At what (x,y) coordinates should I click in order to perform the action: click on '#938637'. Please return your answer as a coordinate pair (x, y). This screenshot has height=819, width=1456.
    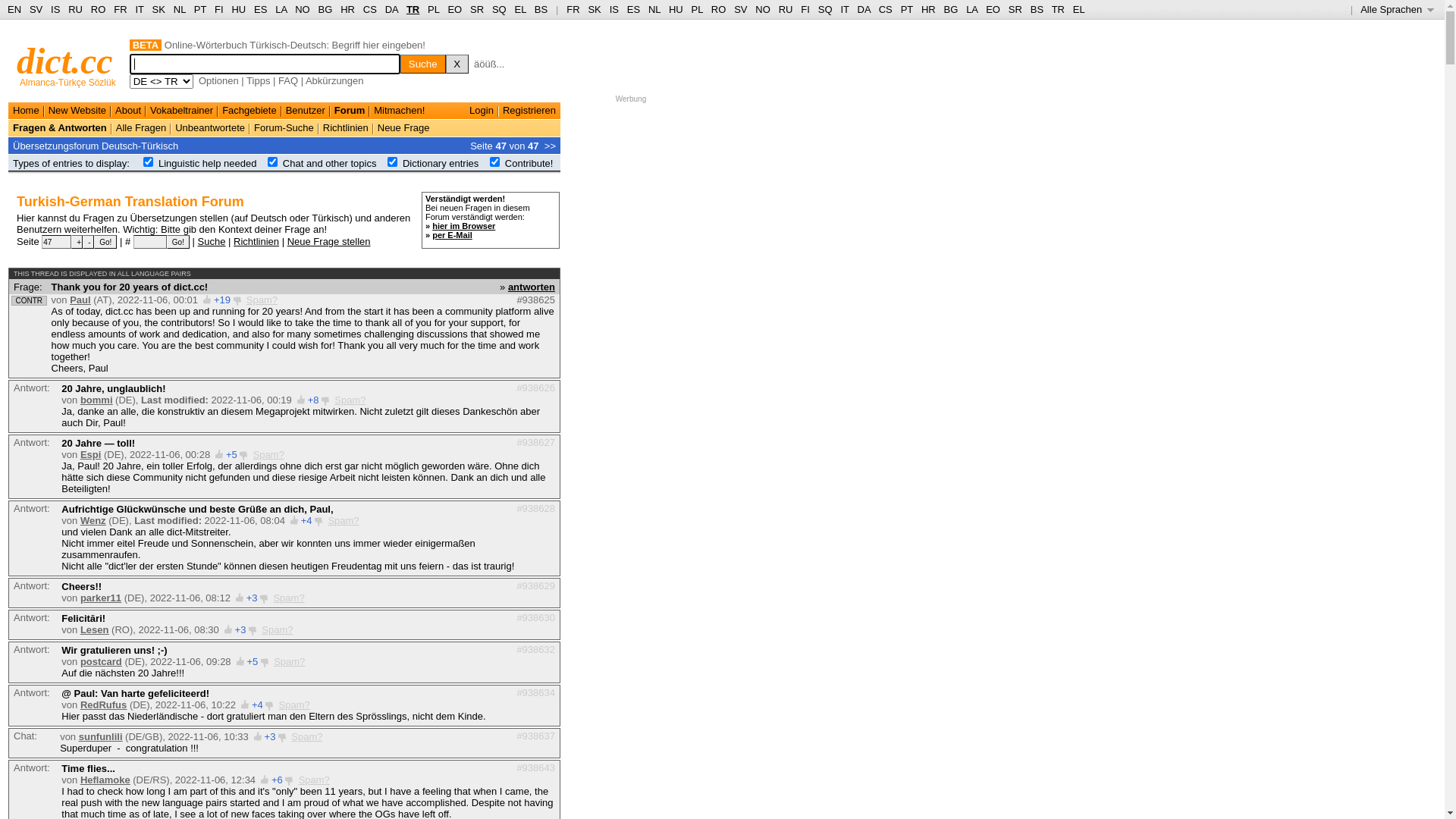
    Looking at the image, I should click on (535, 734).